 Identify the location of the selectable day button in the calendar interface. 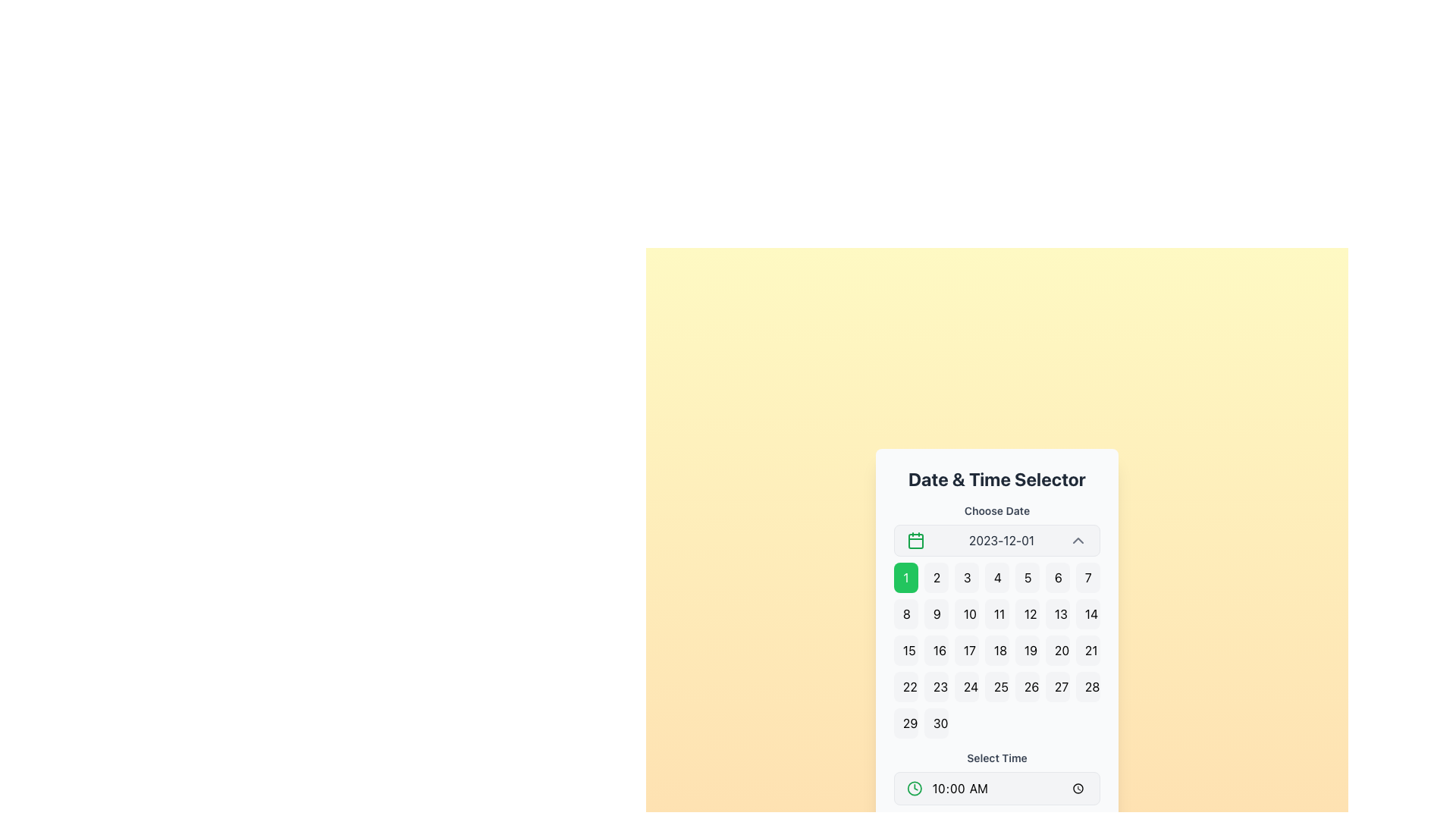
(1057, 578).